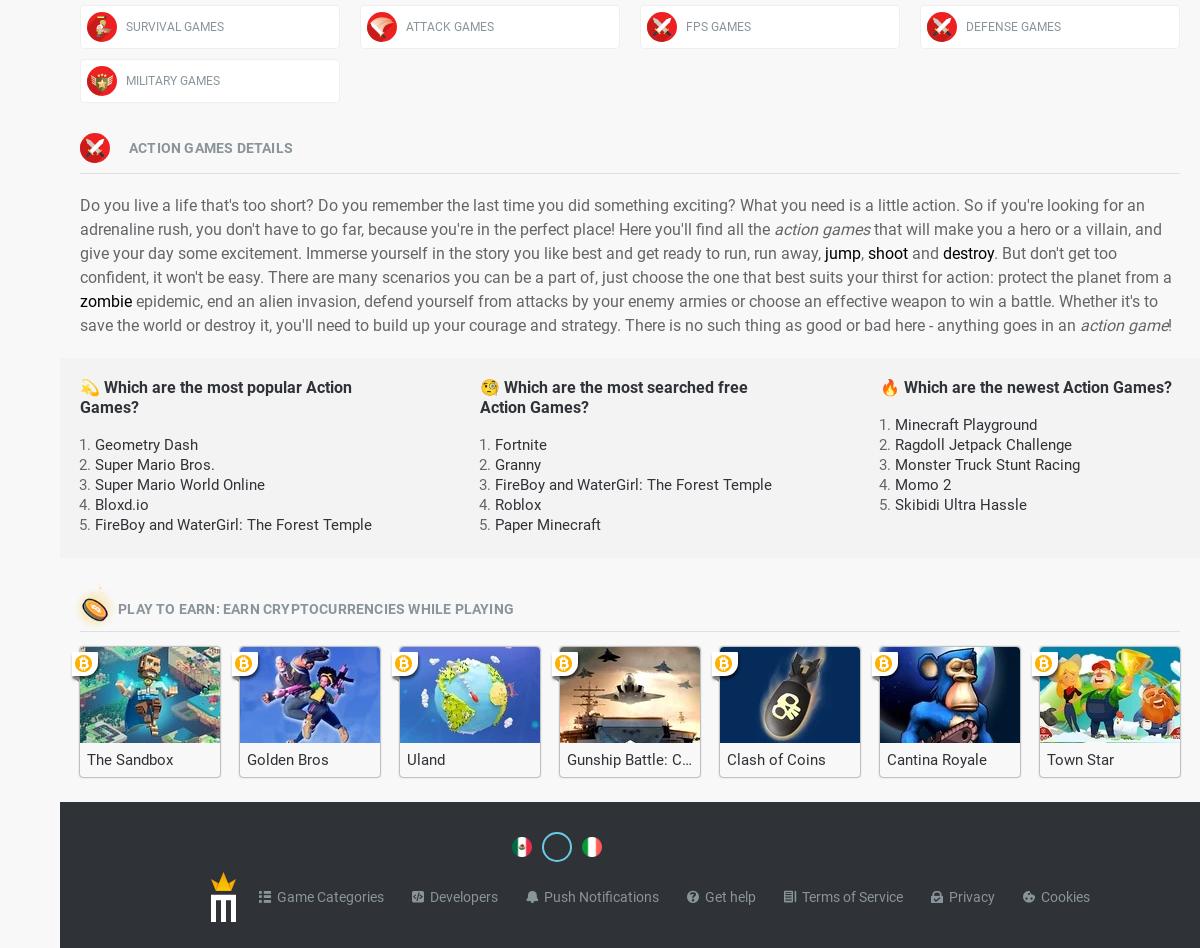 The width and height of the screenshot is (1200, 948). What do you see at coordinates (105, 301) in the screenshot?
I see `'zombie'` at bounding box center [105, 301].